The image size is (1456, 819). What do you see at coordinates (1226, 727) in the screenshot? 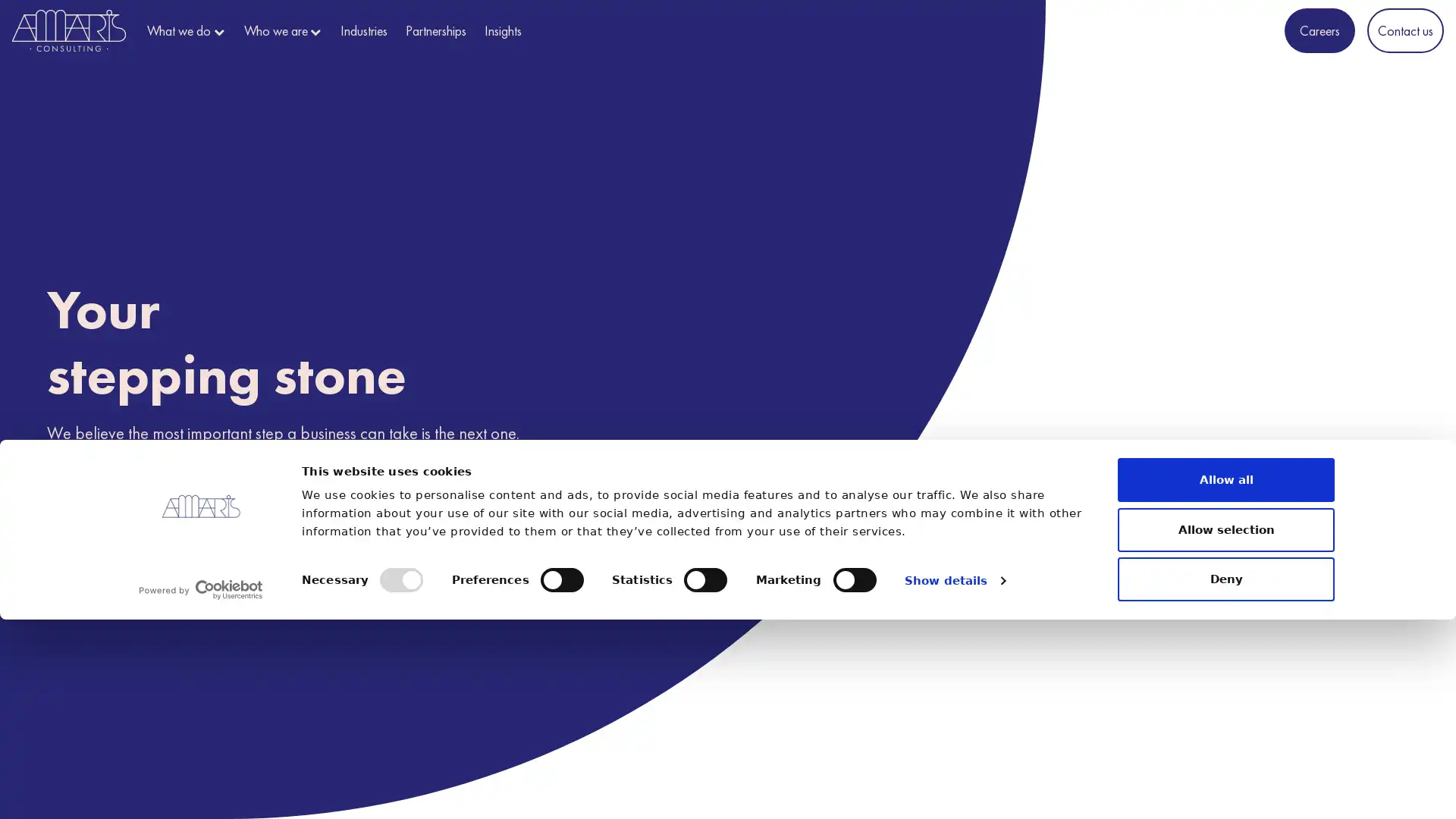
I see `Allow selection` at bounding box center [1226, 727].